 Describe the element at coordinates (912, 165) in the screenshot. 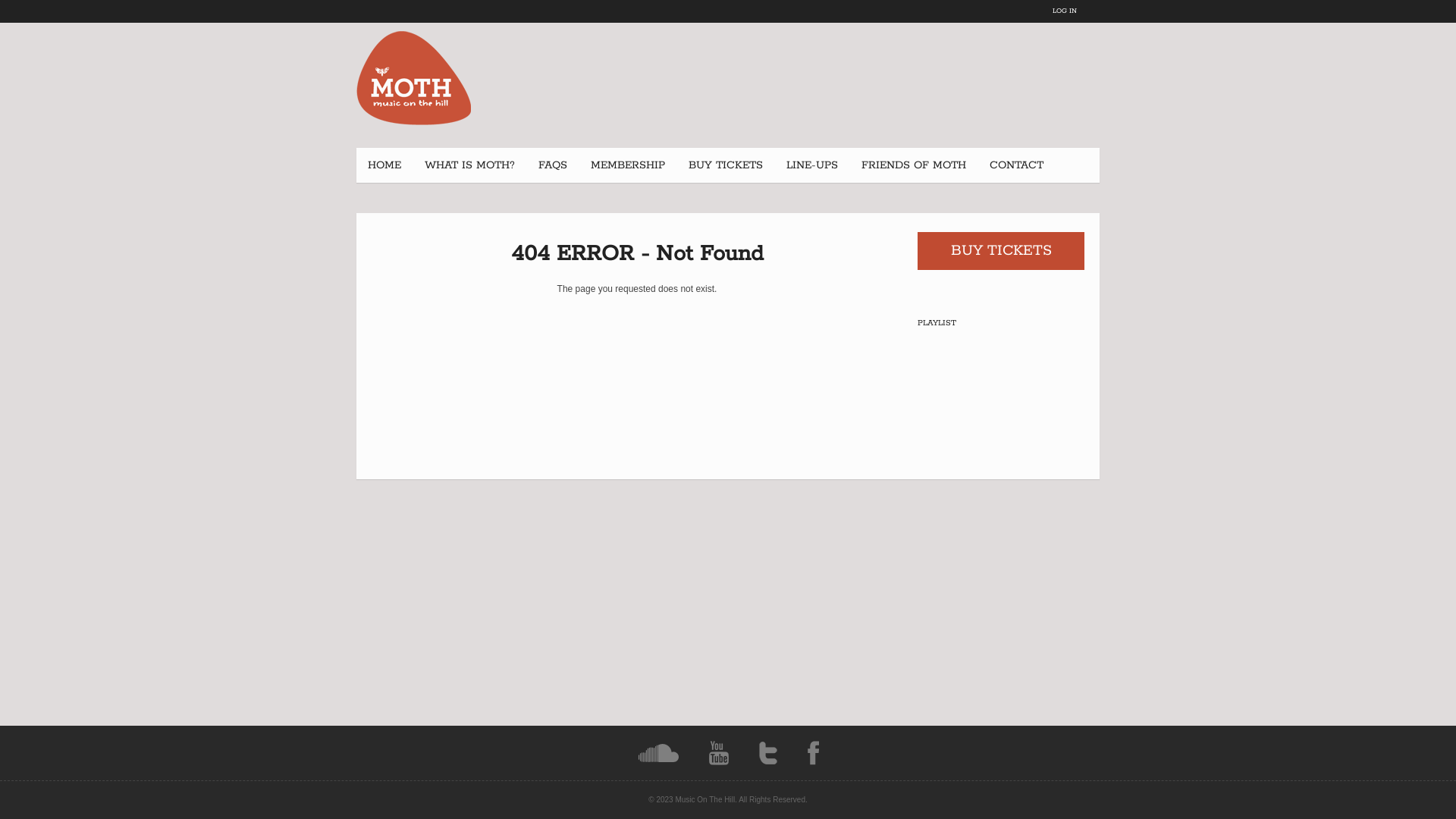

I see `'FRIENDS OF MOTH'` at that location.